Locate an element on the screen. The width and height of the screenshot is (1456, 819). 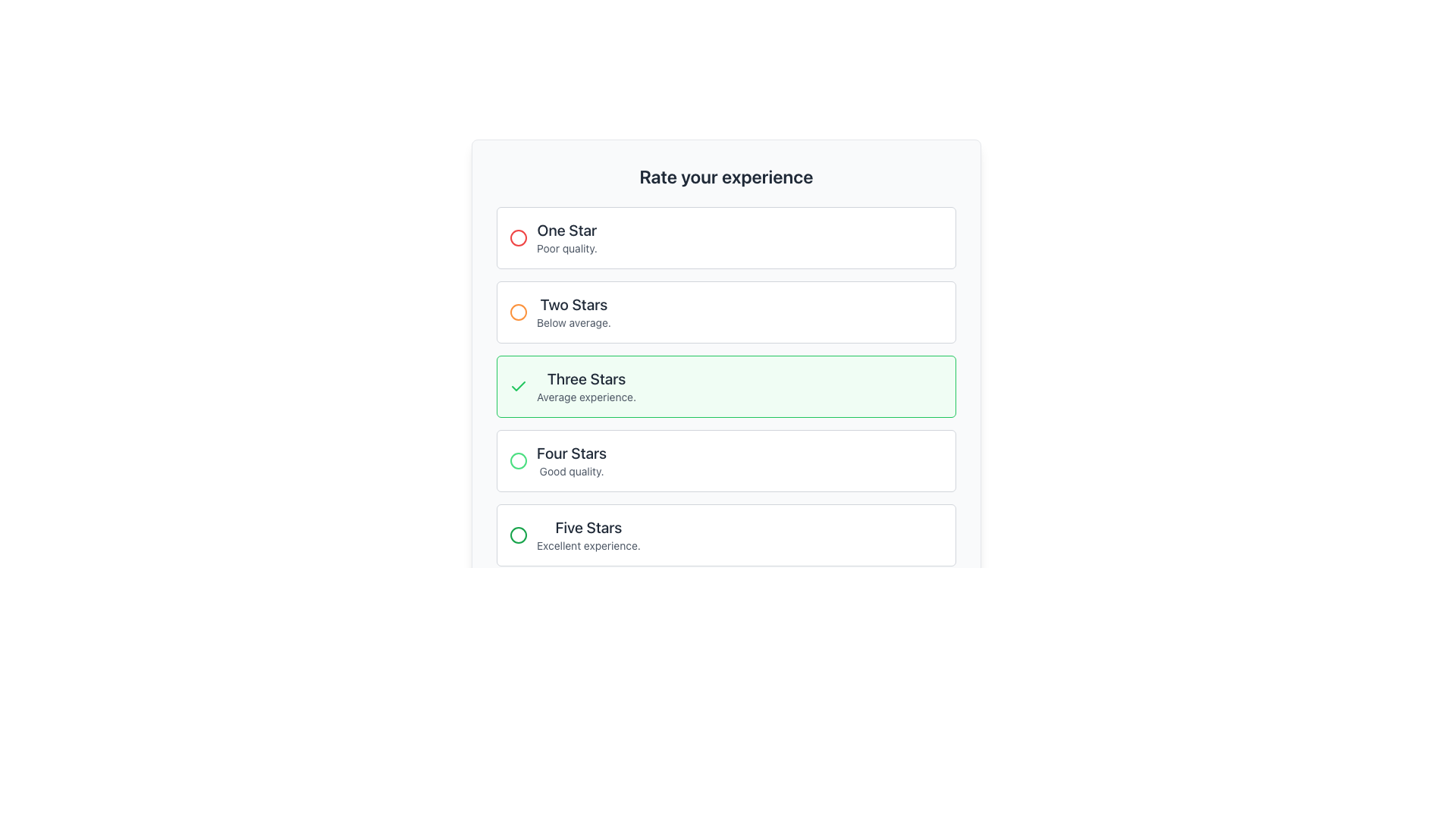
the 'One Star' rating icon located to the far left of the associated text is located at coordinates (519, 237).